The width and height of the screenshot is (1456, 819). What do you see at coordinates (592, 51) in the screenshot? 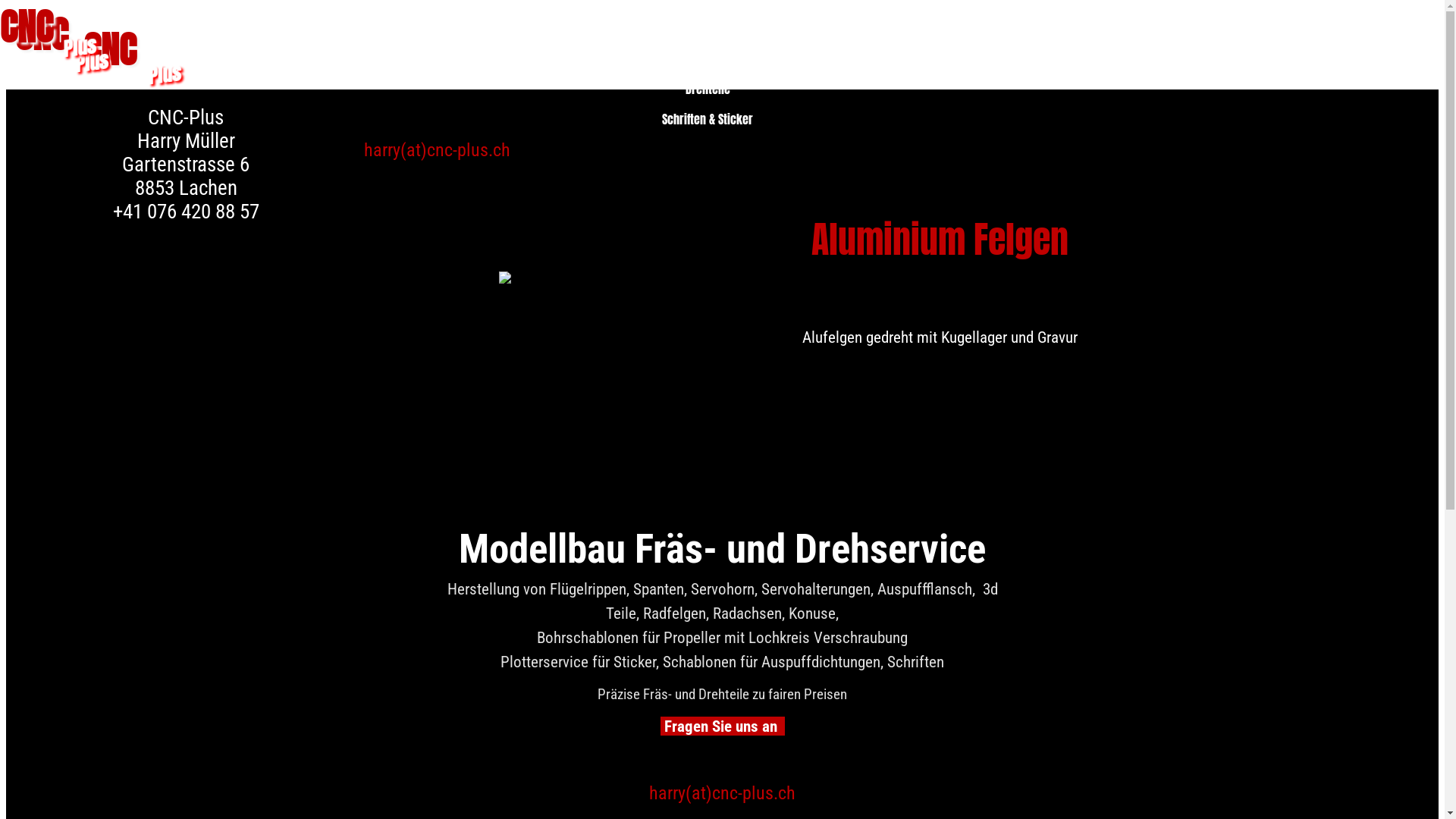
I see `'Homepage'` at bounding box center [592, 51].